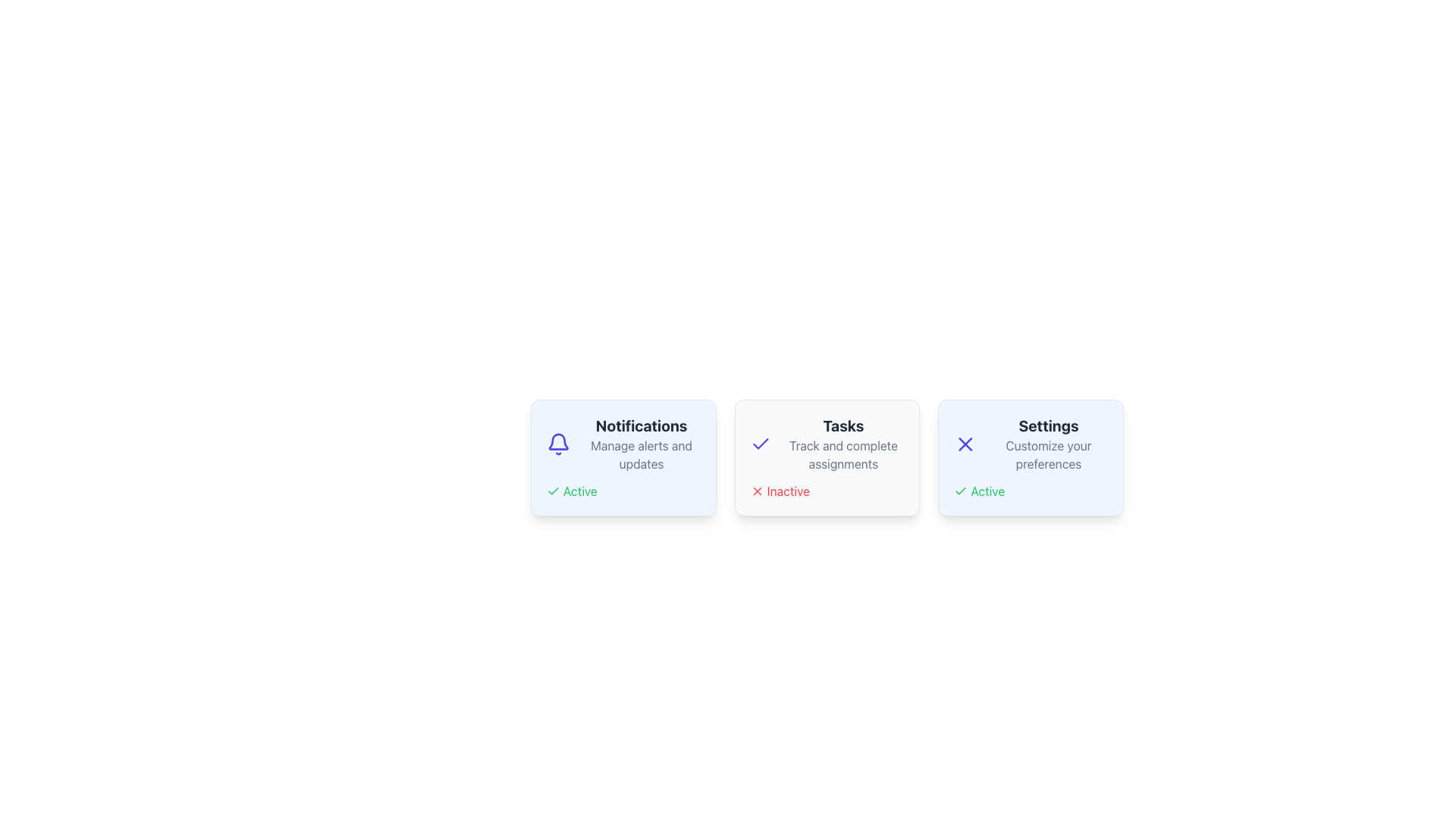 This screenshot has height=819, width=1456. Describe the element at coordinates (826, 491) in the screenshot. I see `the 'Inactive' text label with red 'X' icon at the bottom of the 'Tasks' card` at that location.